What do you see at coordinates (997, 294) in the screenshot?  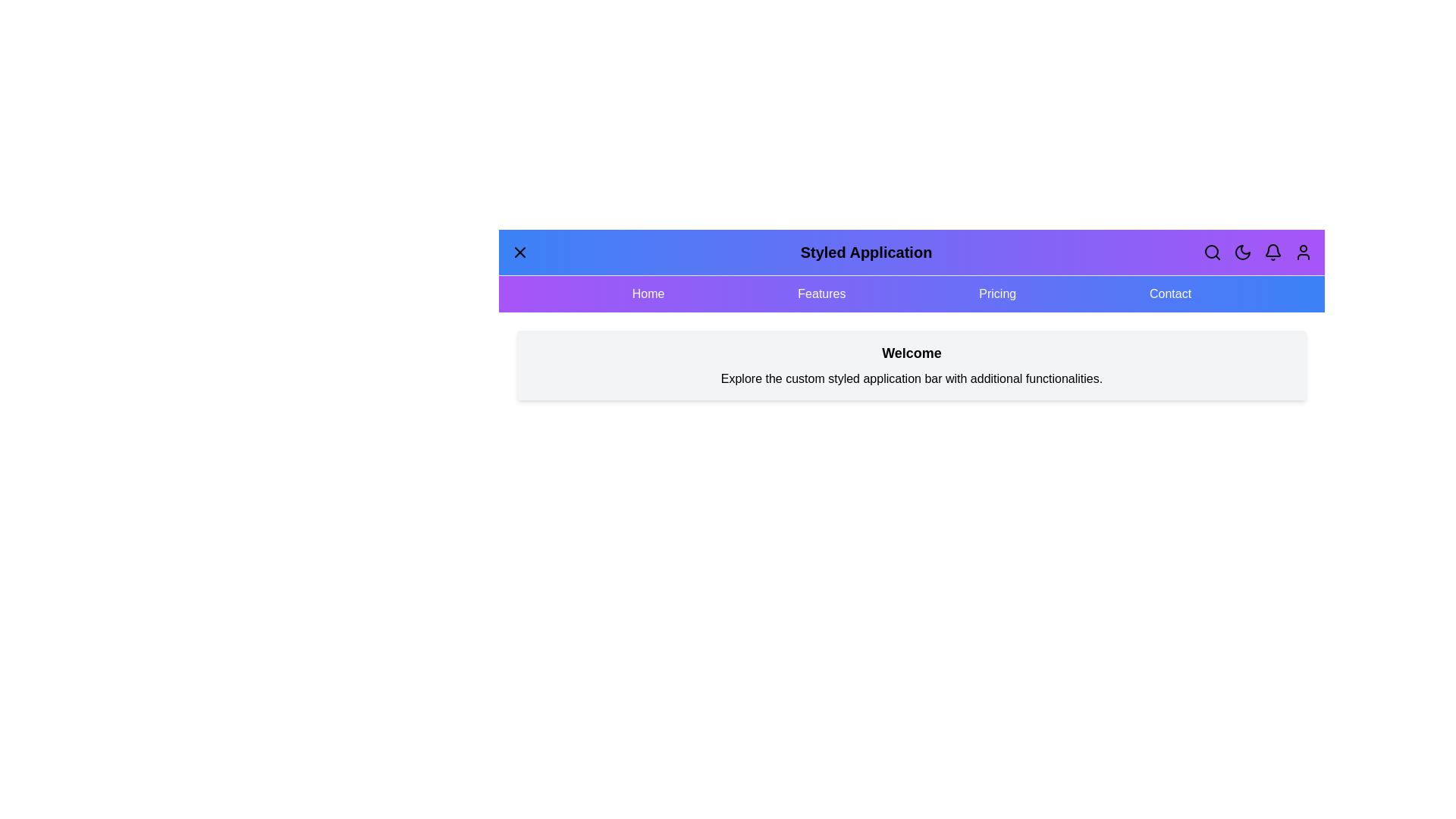 I see `the Pricing button to navigate to the respective section` at bounding box center [997, 294].